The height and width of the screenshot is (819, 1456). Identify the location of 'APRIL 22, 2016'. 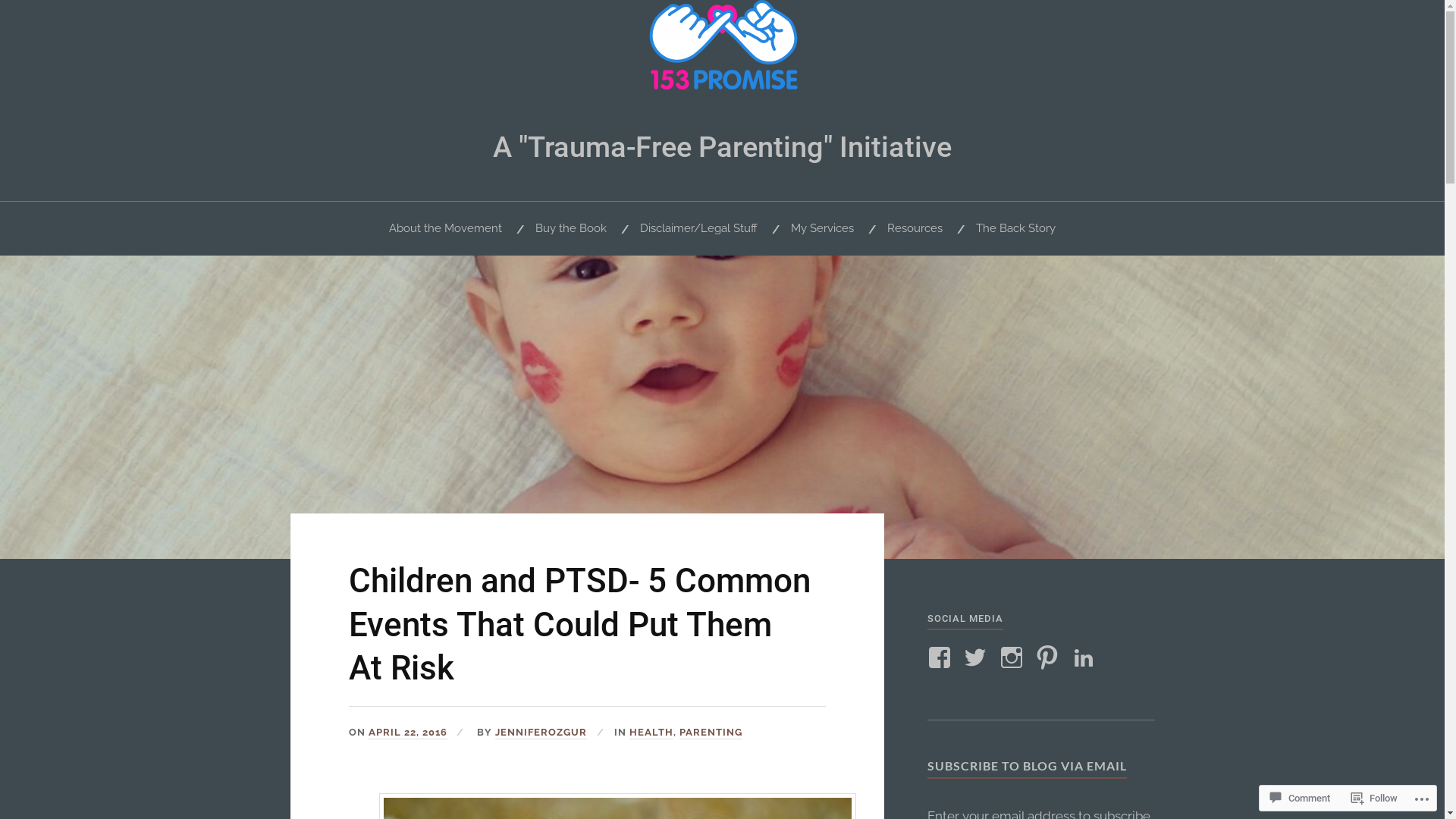
(407, 732).